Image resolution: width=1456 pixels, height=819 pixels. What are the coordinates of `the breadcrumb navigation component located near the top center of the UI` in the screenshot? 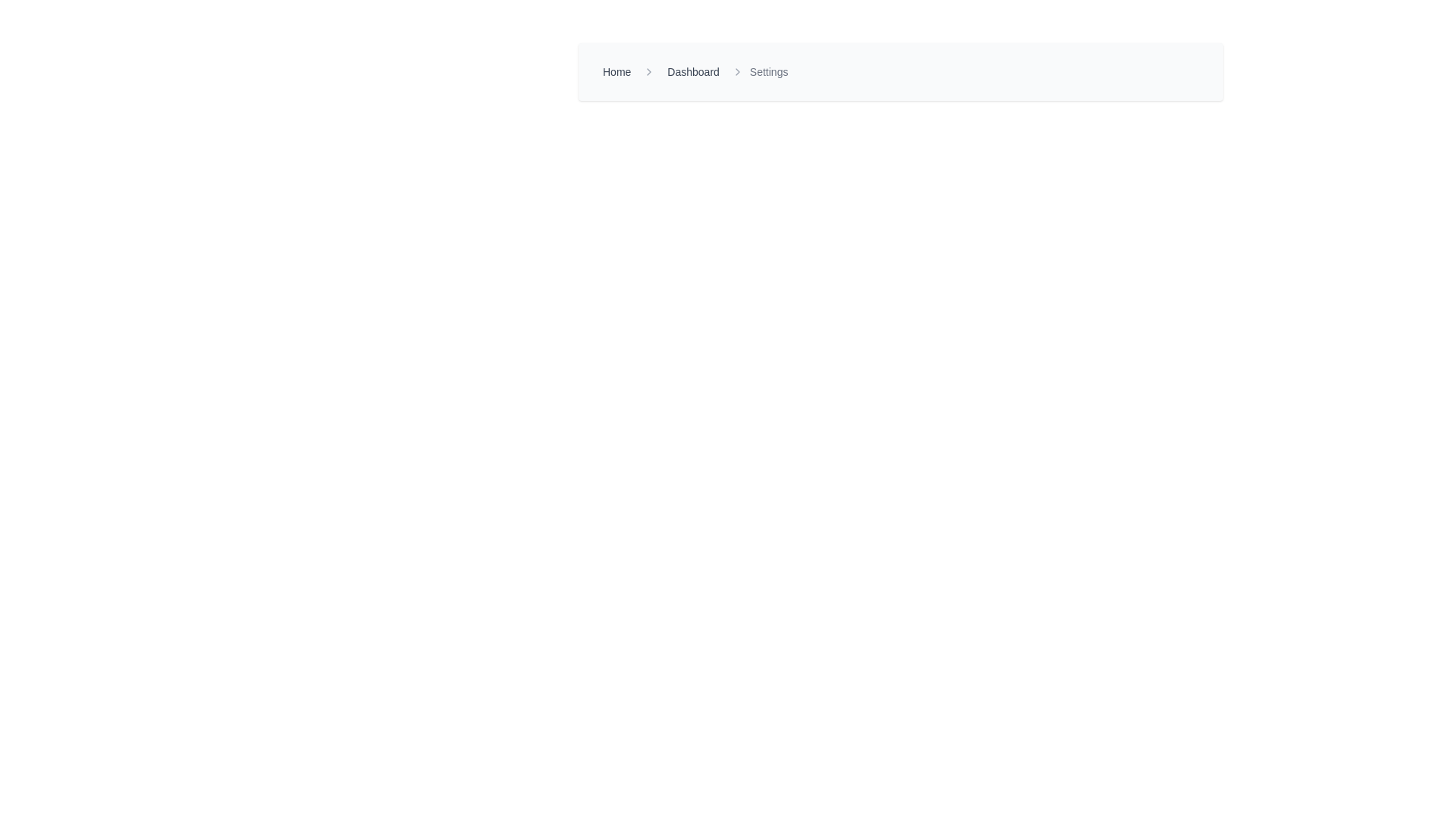 It's located at (901, 72).